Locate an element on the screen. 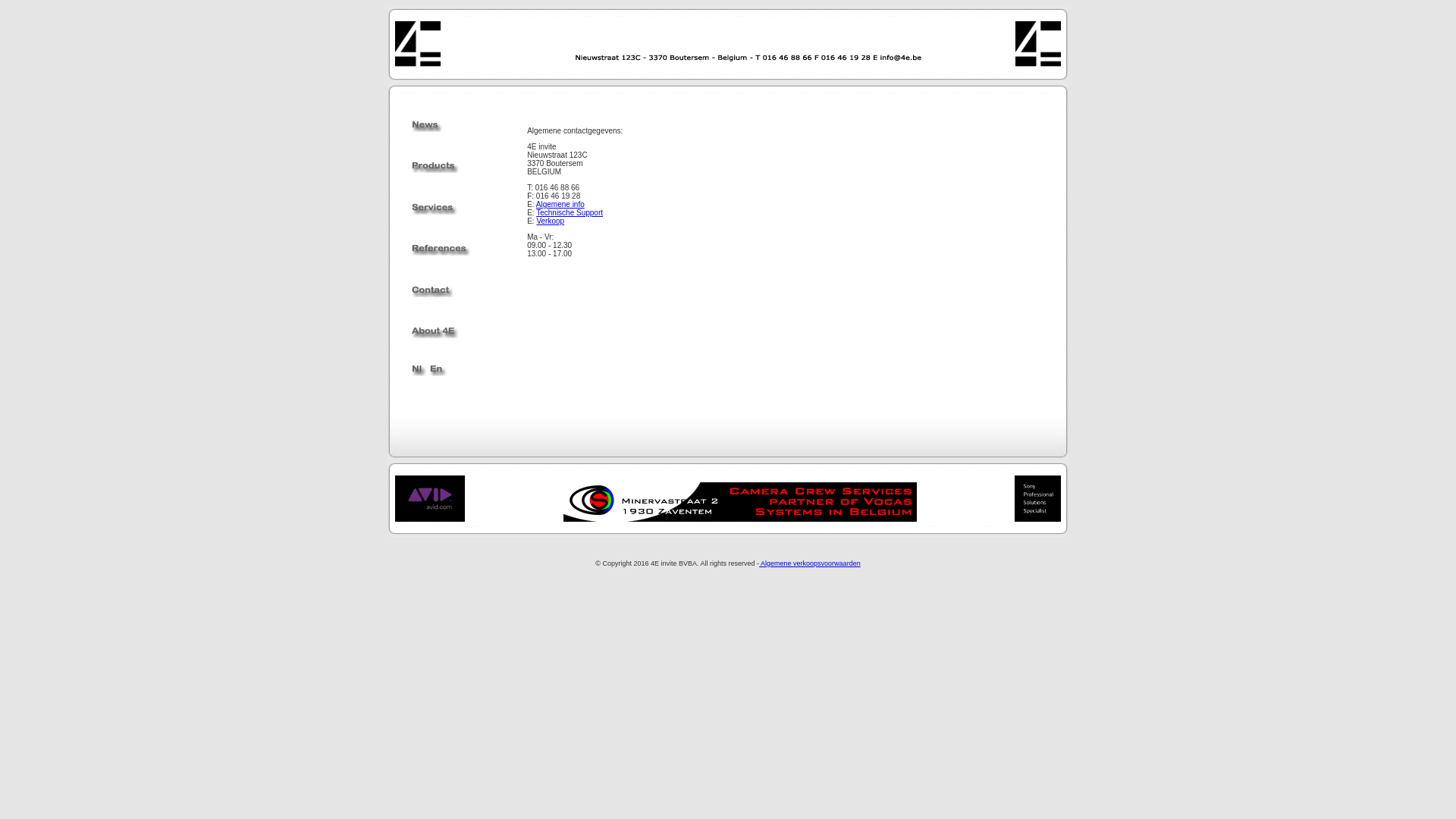 The image size is (1456, 819). 'Algemene verkoopsvoorwaarden' is located at coordinates (809, 563).